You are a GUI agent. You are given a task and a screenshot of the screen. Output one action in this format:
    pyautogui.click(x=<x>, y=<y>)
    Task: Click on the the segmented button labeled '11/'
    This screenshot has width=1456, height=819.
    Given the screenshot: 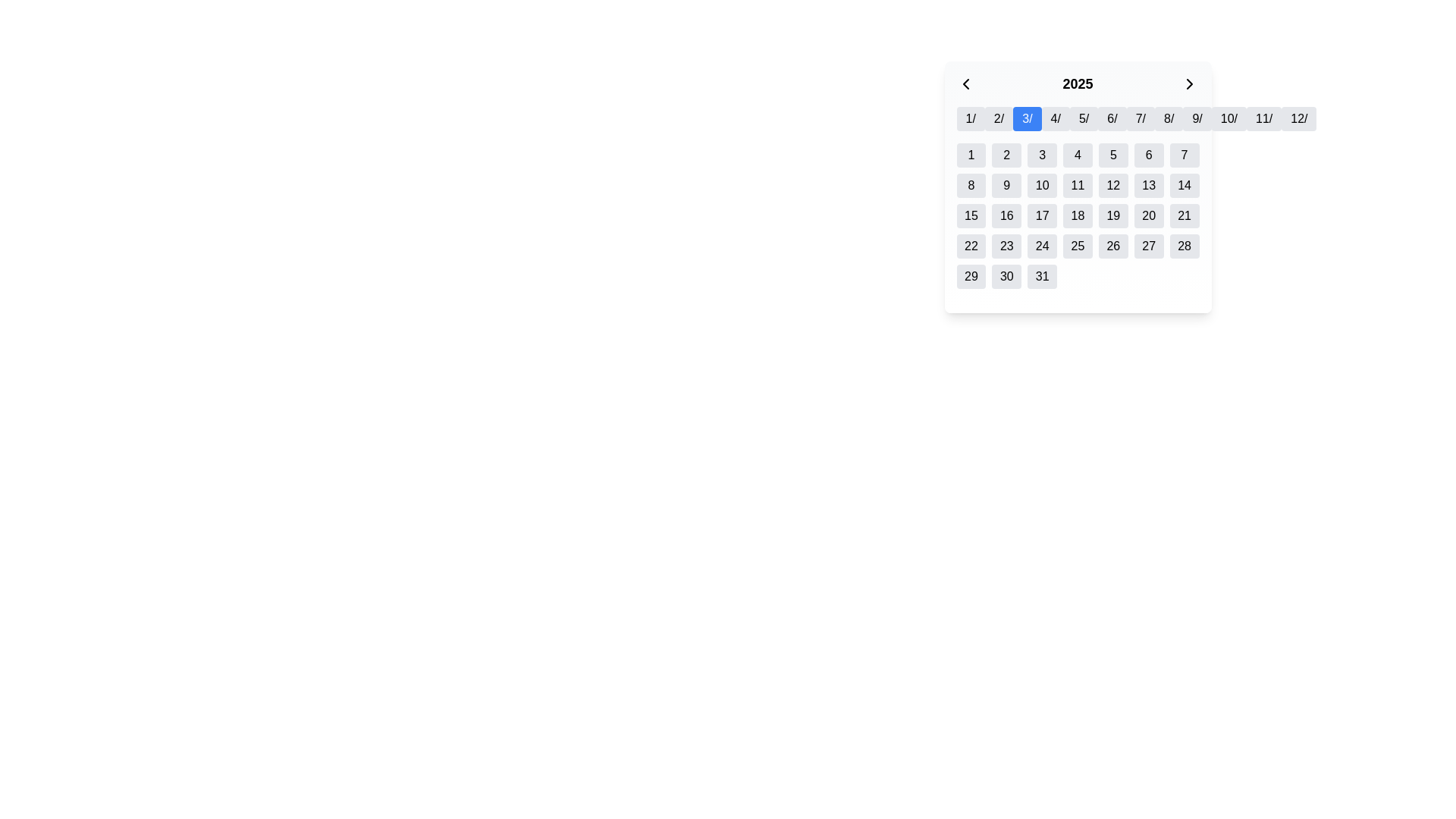 What is the action you would take?
    pyautogui.click(x=1264, y=118)
    